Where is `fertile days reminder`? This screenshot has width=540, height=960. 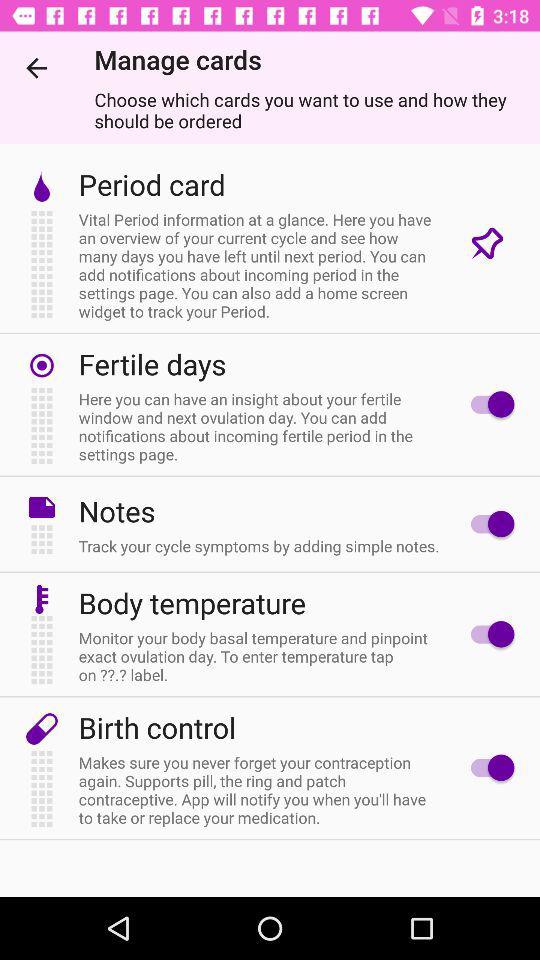 fertile days reminder is located at coordinates (486, 403).